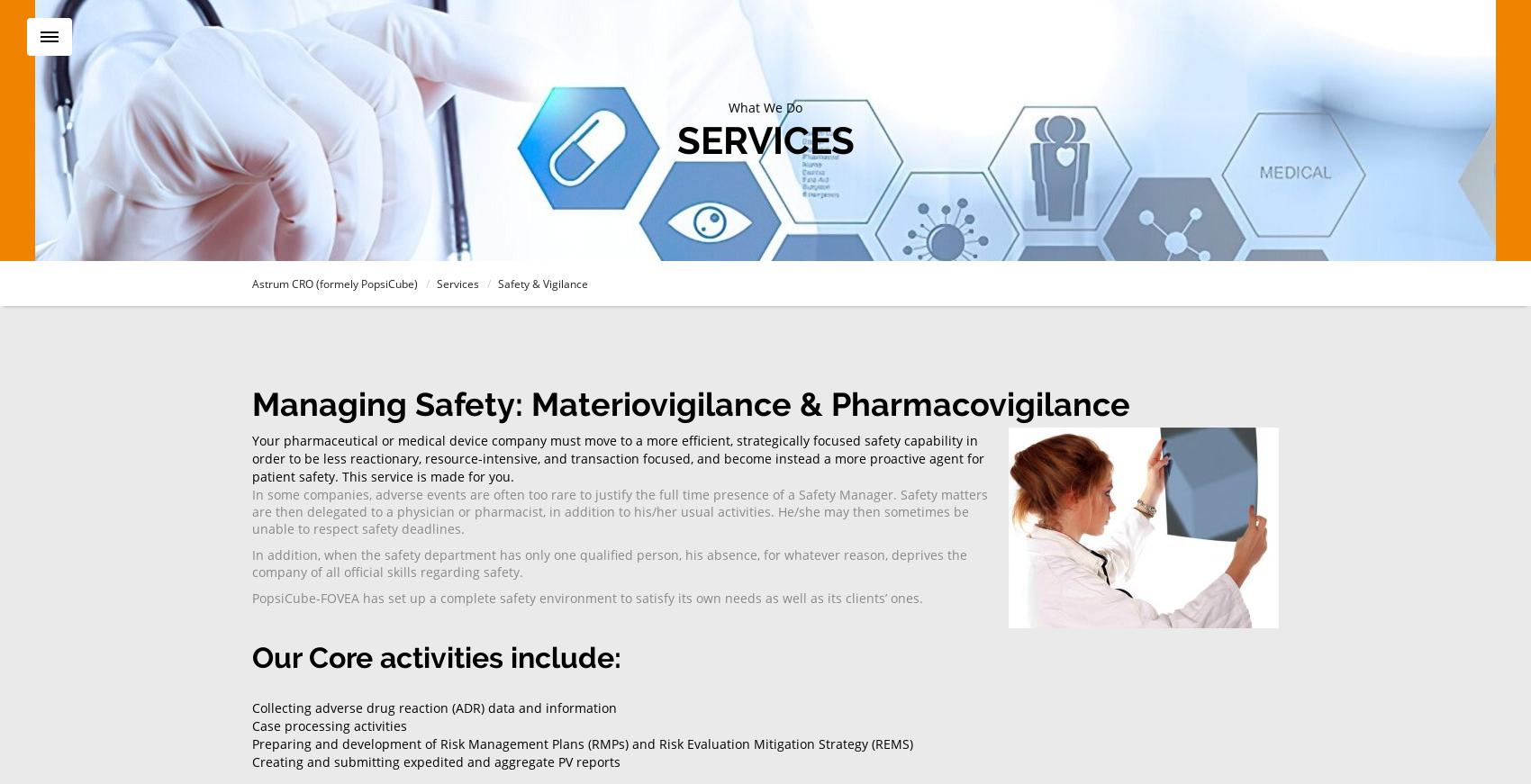 This screenshot has height=784, width=1531. Describe the element at coordinates (618, 457) in the screenshot. I see `'Your pharmaceutical or medical device company must move to a more efficient, strategically focused safety capability in order to be less reactionary, resource-intensive, and transaction focused, and become instead a more proactive agent for patient safety. This service is made for you.'` at that location.